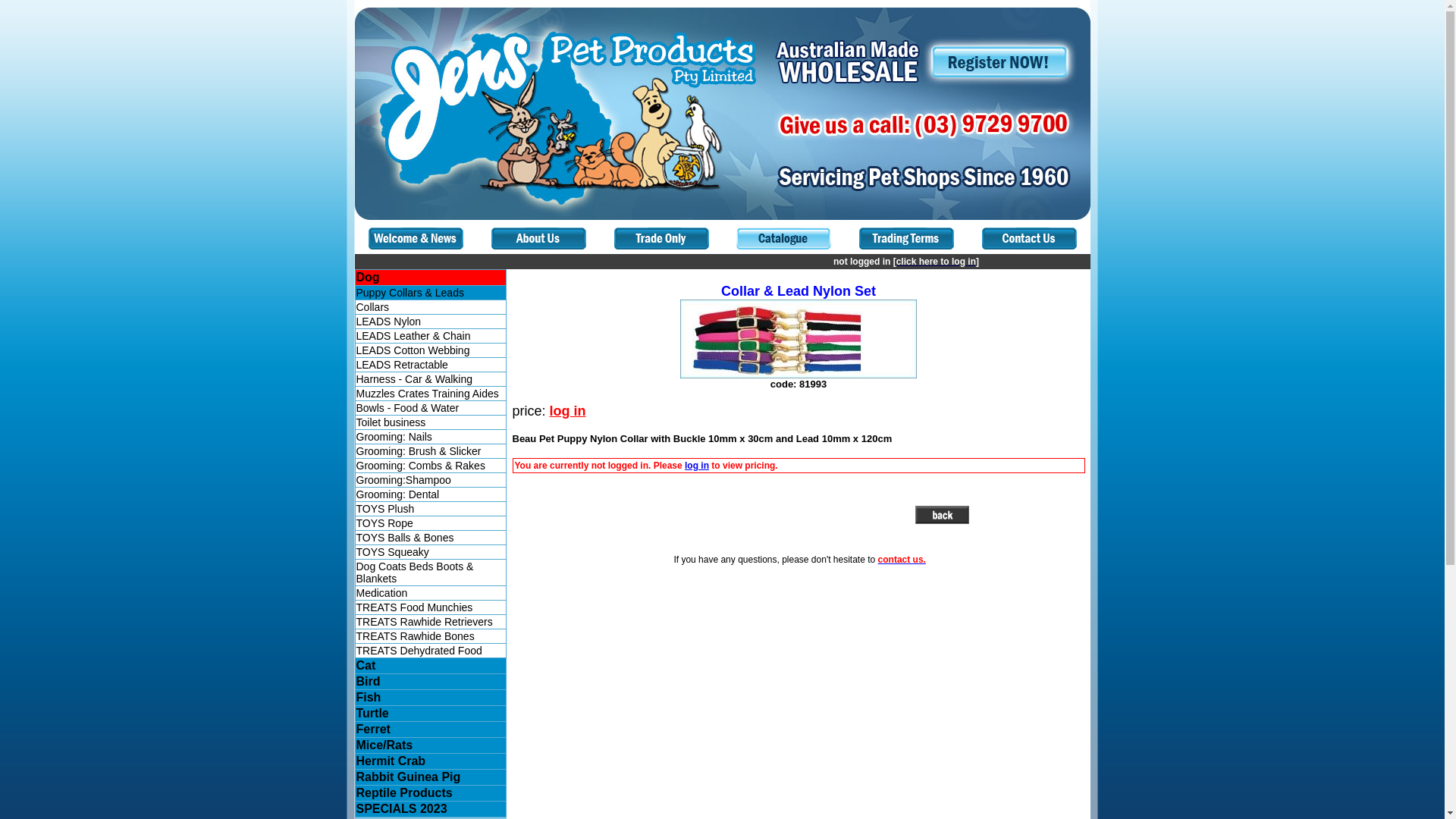 The height and width of the screenshot is (819, 1456). Describe the element at coordinates (428, 378) in the screenshot. I see `'Harness - Car & Walking'` at that location.